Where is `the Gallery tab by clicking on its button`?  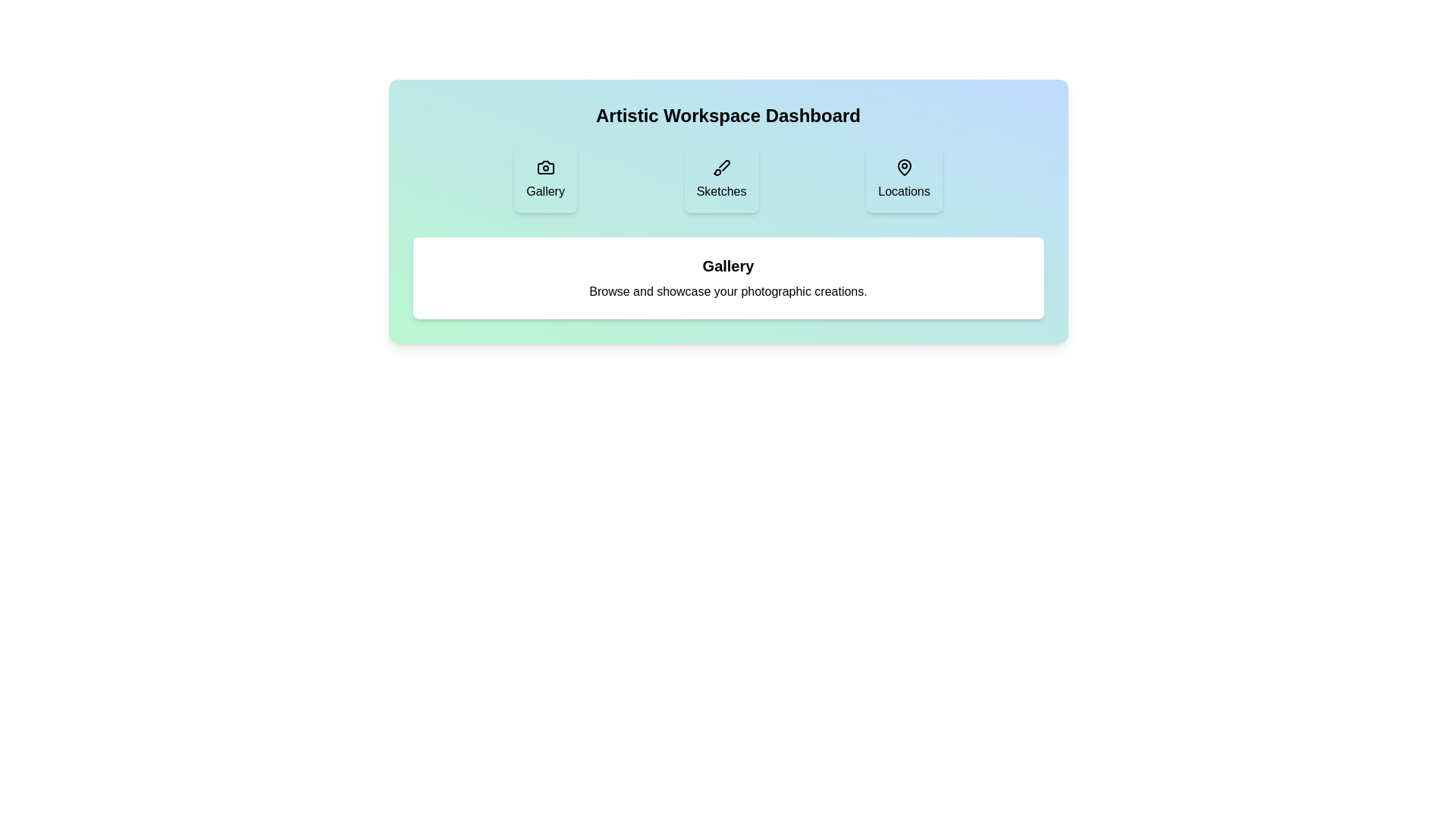
the Gallery tab by clicking on its button is located at coordinates (545, 178).